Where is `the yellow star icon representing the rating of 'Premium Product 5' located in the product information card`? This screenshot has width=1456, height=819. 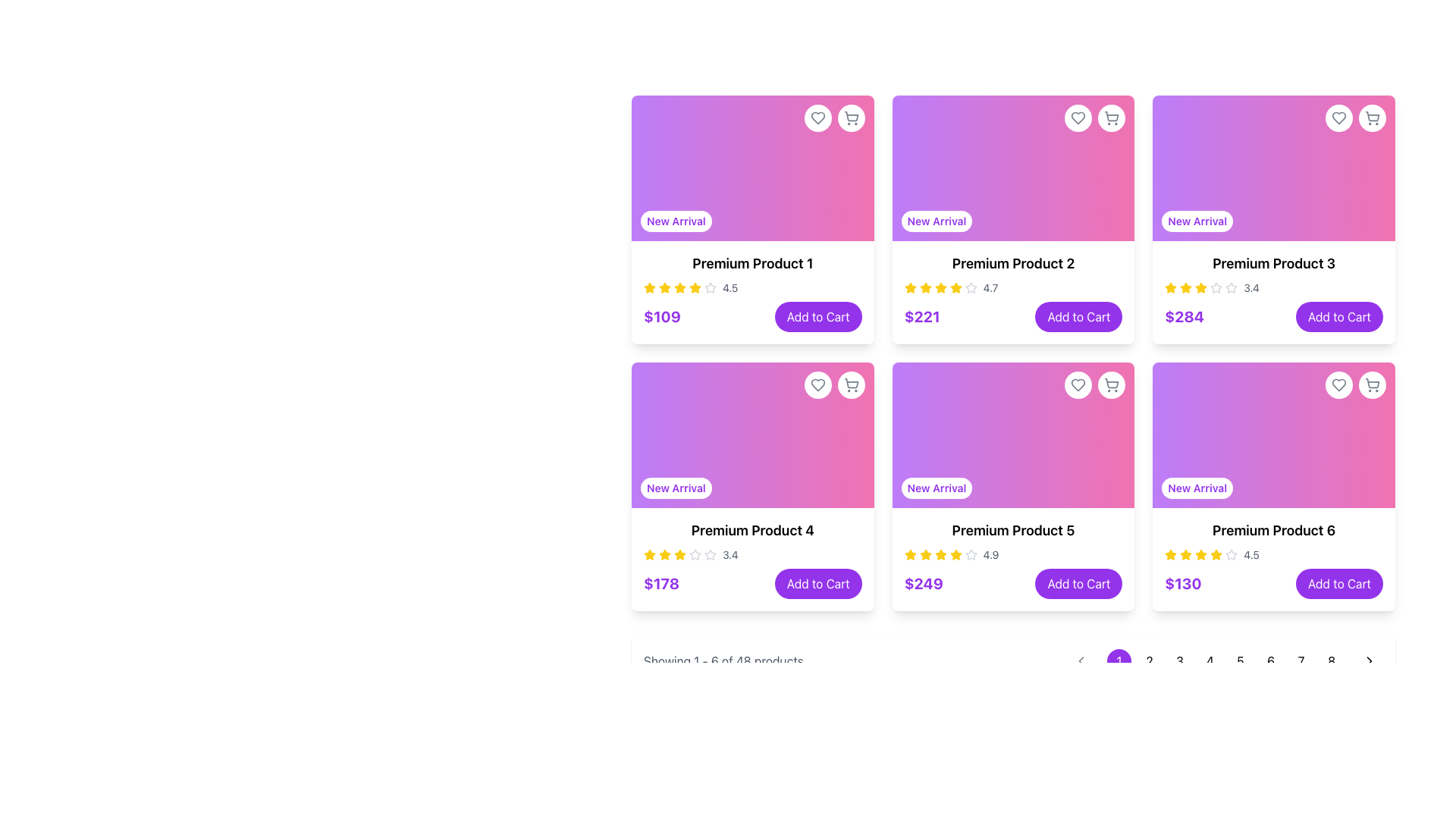
the yellow star icon representing the rating of 'Premium Product 5' located in the product information card is located at coordinates (910, 554).